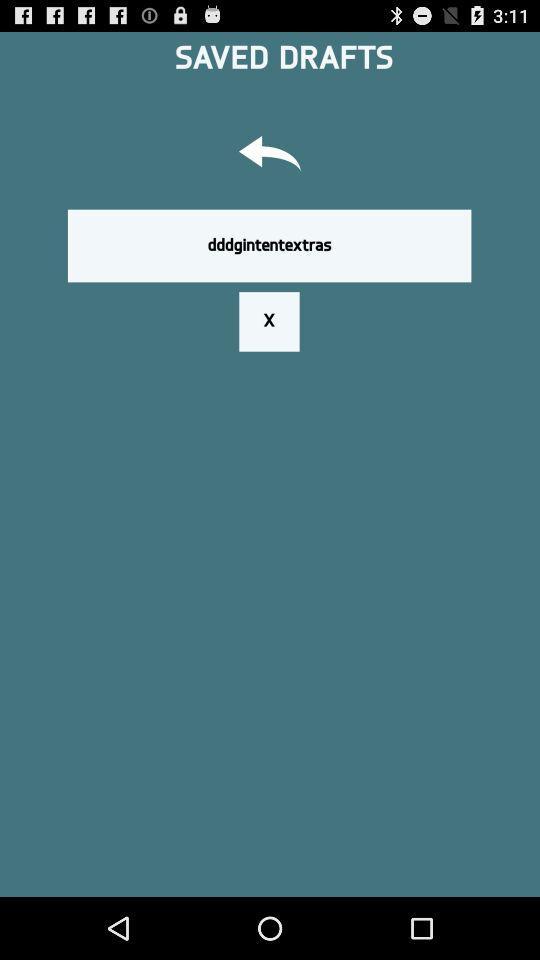 The height and width of the screenshot is (960, 540). I want to click on the x item, so click(269, 321).